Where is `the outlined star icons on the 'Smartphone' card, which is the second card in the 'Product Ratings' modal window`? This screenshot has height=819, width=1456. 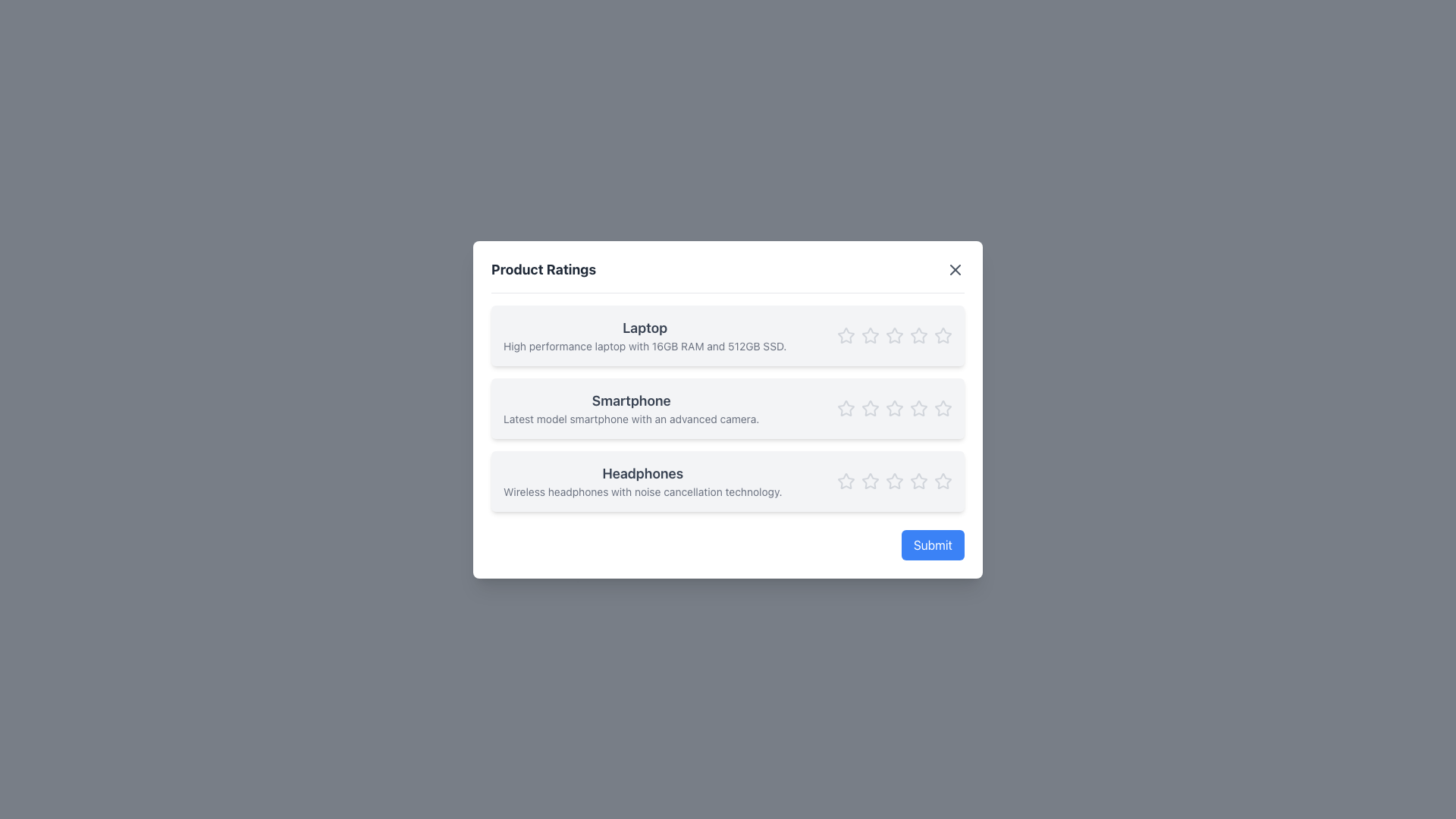 the outlined star icons on the 'Smartphone' card, which is the second card in the 'Product Ratings' modal window is located at coordinates (728, 407).